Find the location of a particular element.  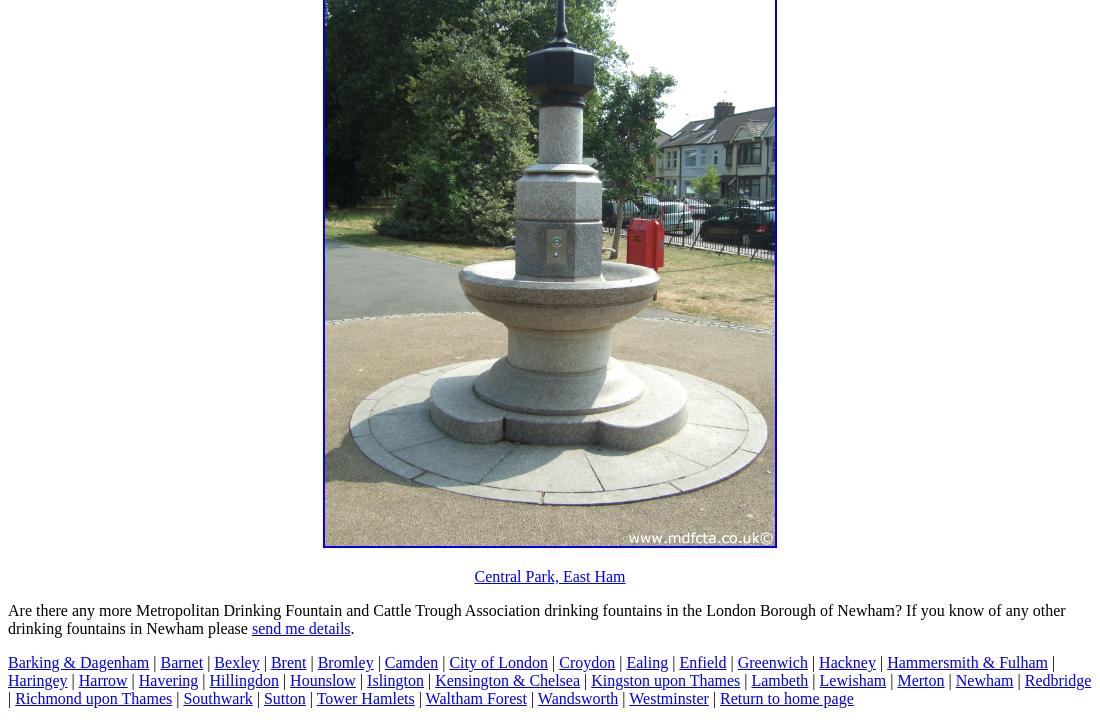

'City of London' is located at coordinates (498, 660).